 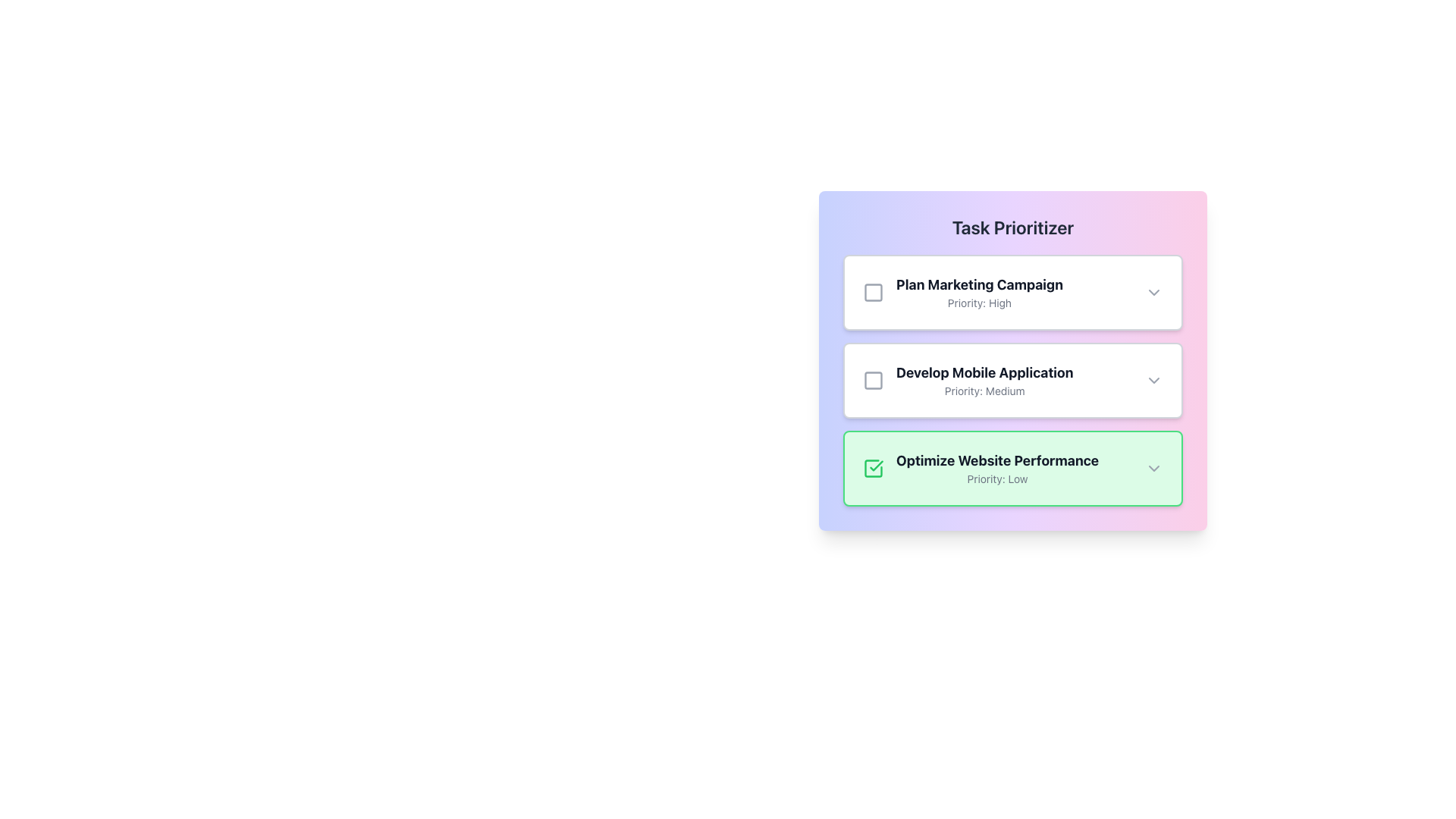 What do you see at coordinates (877, 465) in the screenshot?
I see `assistive technologies` at bounding box center [877, 465].